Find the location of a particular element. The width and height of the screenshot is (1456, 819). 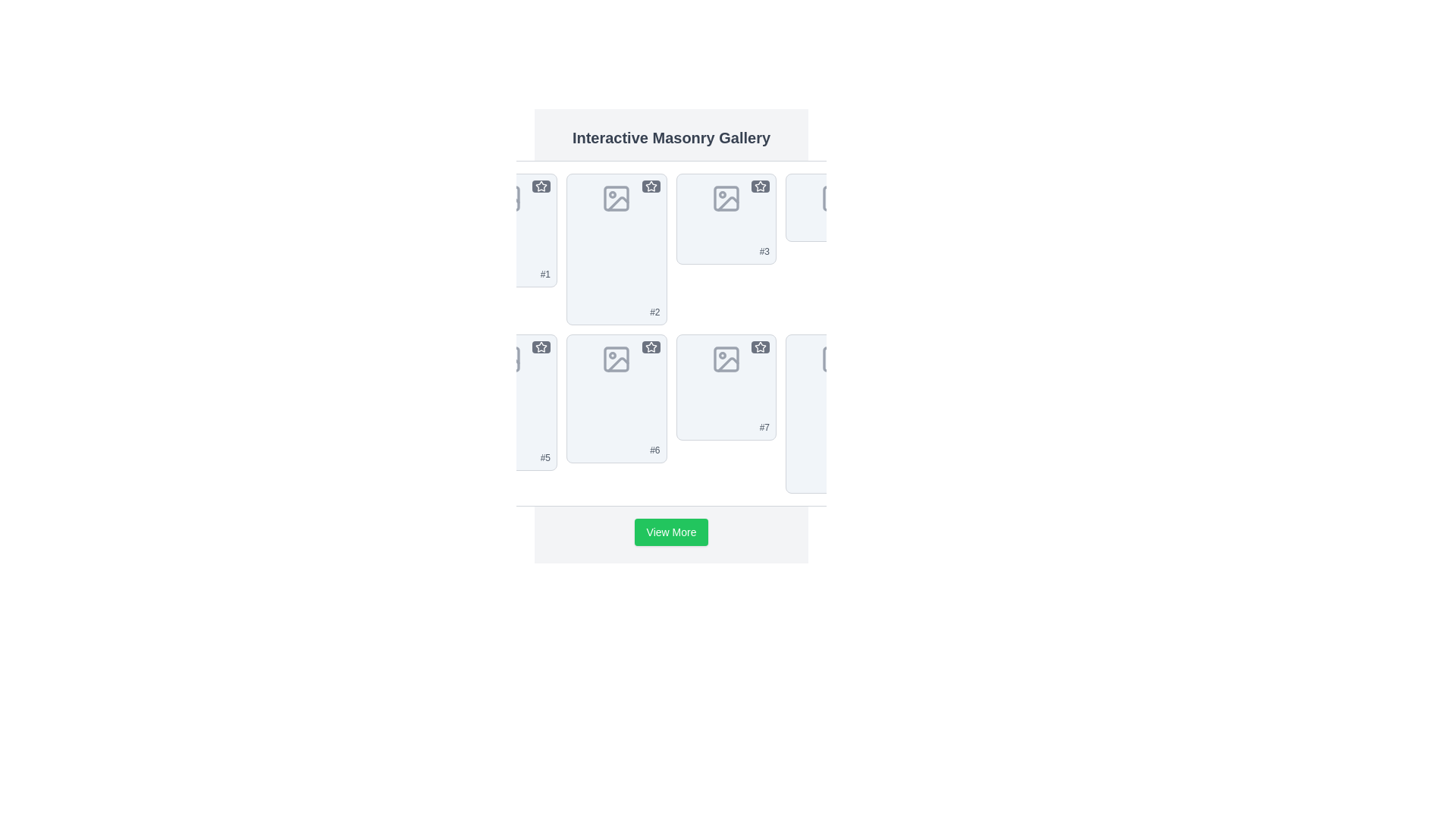

the star-shaped icon with a hollow interior located in the top-right corner of gallery card '#7' is located at coordinates (761, 347).